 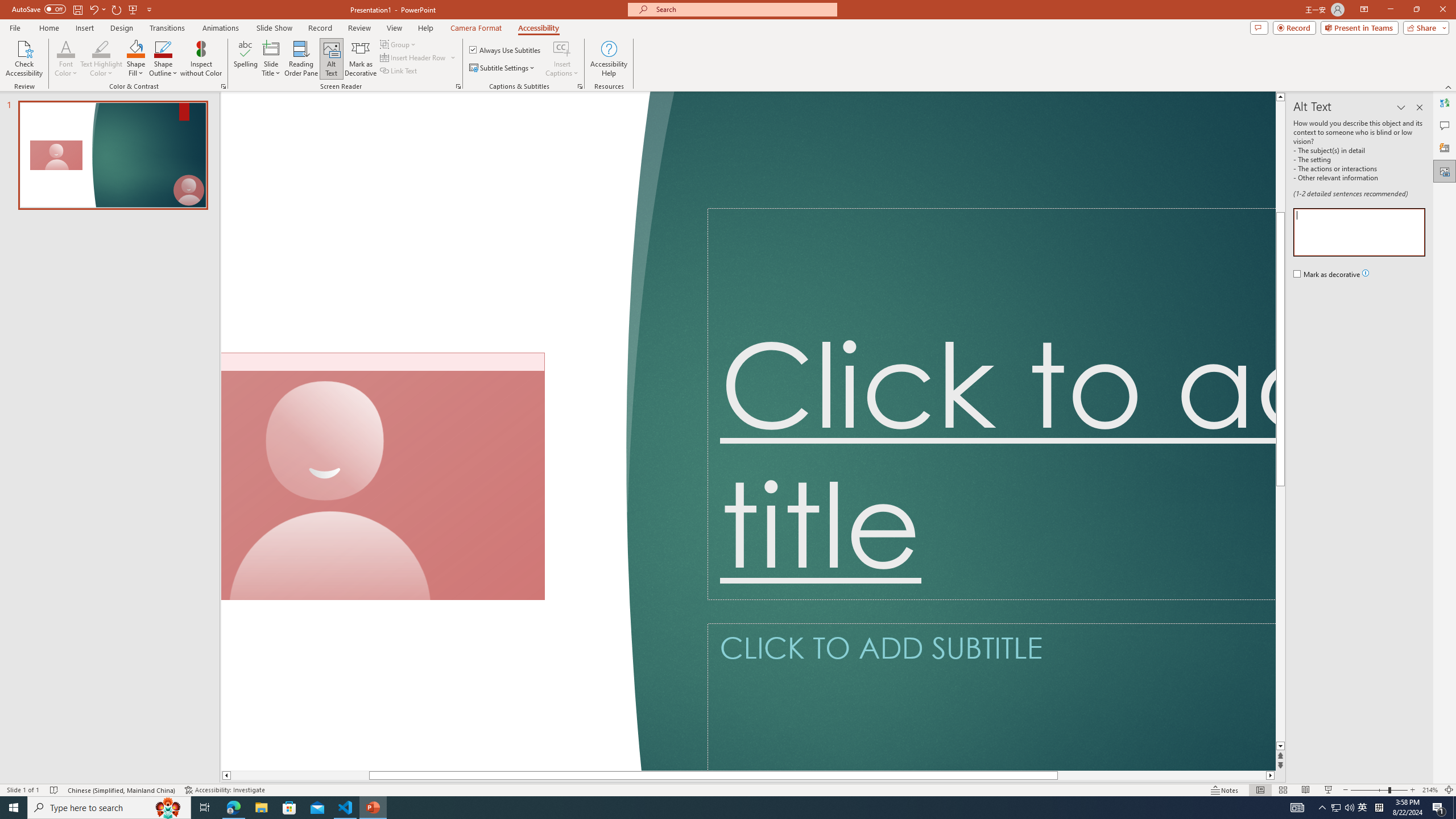 I want to click on 'Link Text', so click(x=399, y=69).